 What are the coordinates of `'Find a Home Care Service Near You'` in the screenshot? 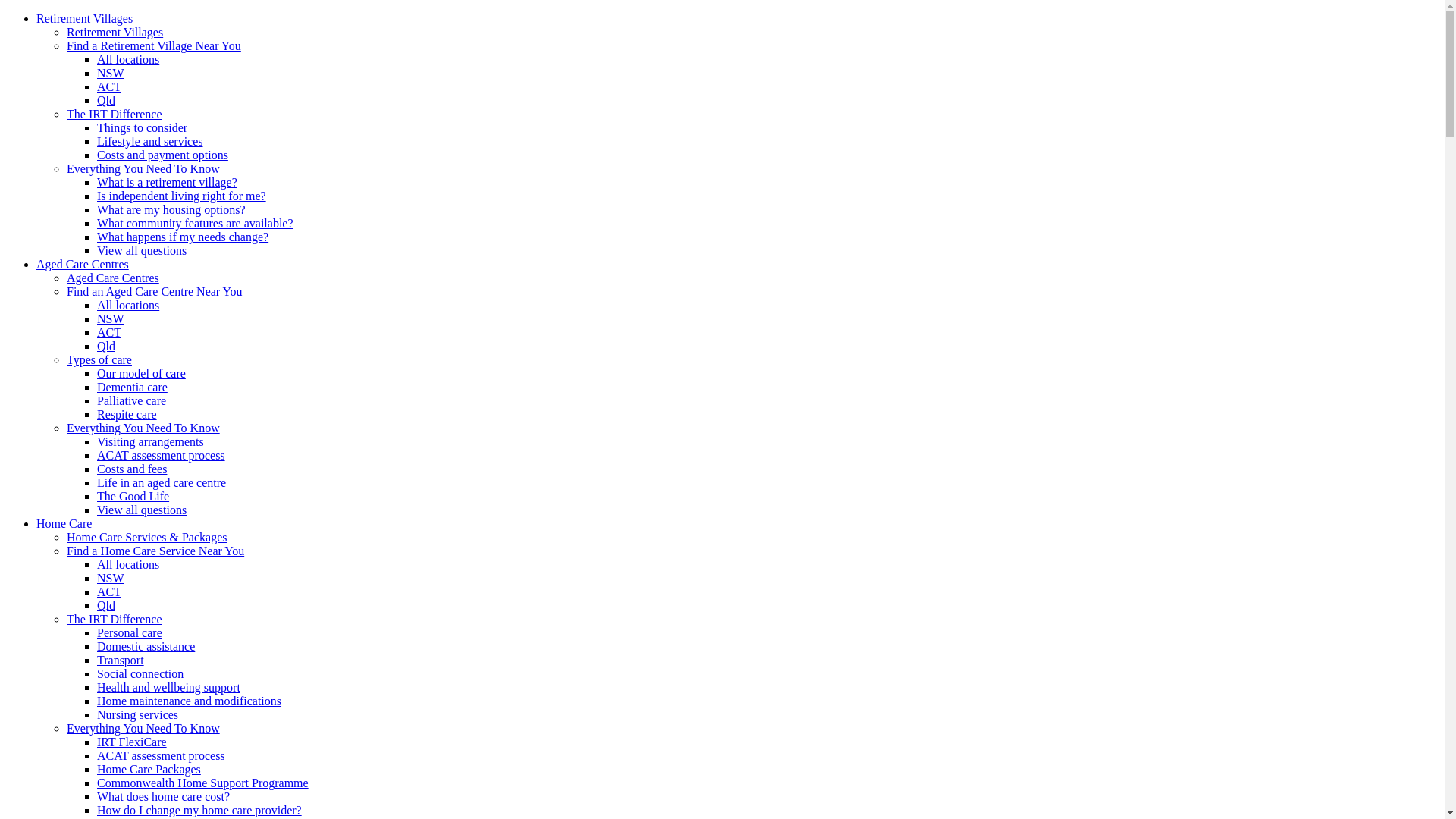 It's located at (155, 551).